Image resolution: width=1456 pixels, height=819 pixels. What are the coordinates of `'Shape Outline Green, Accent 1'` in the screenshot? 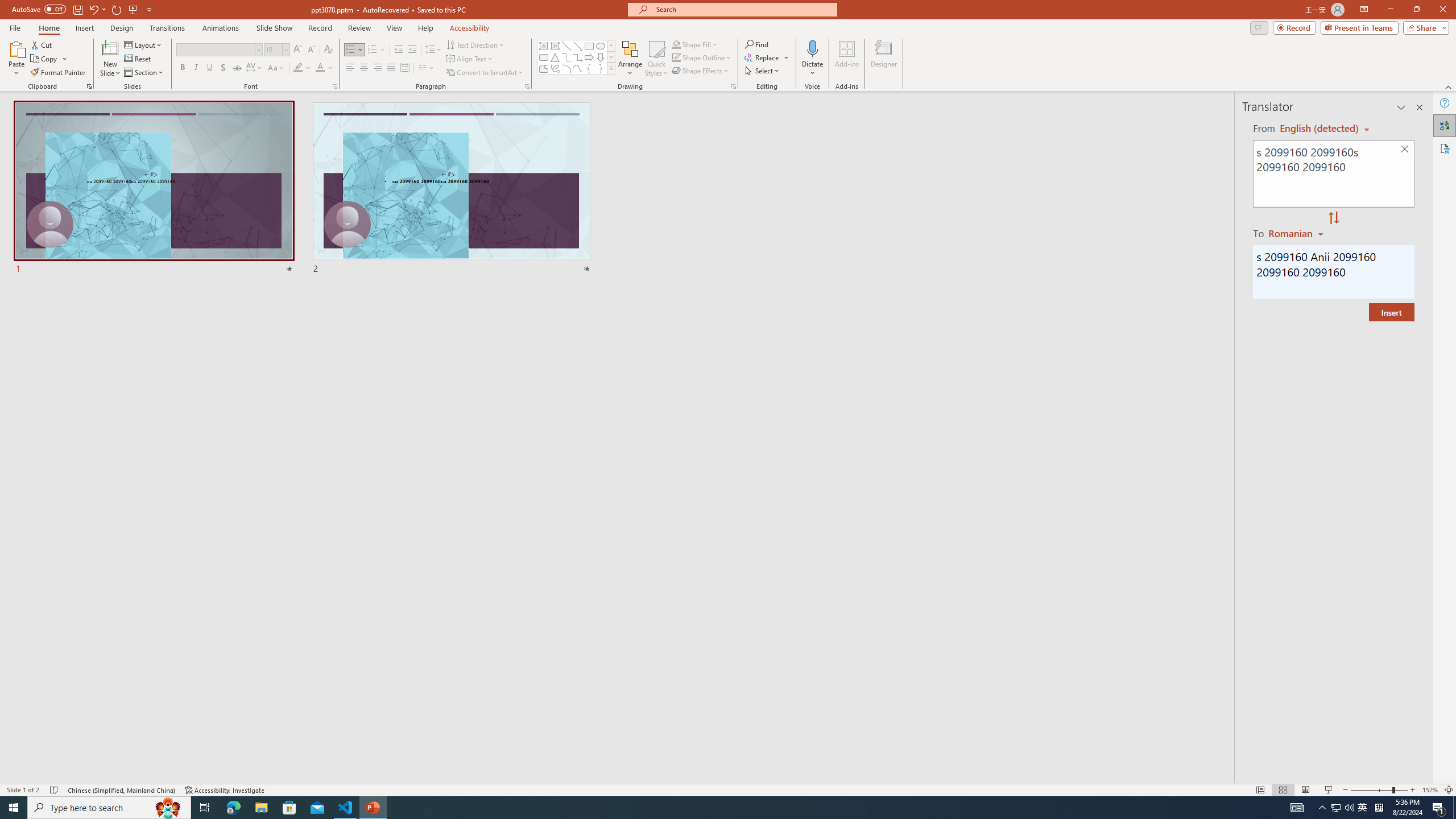 It's located at (676, 56).